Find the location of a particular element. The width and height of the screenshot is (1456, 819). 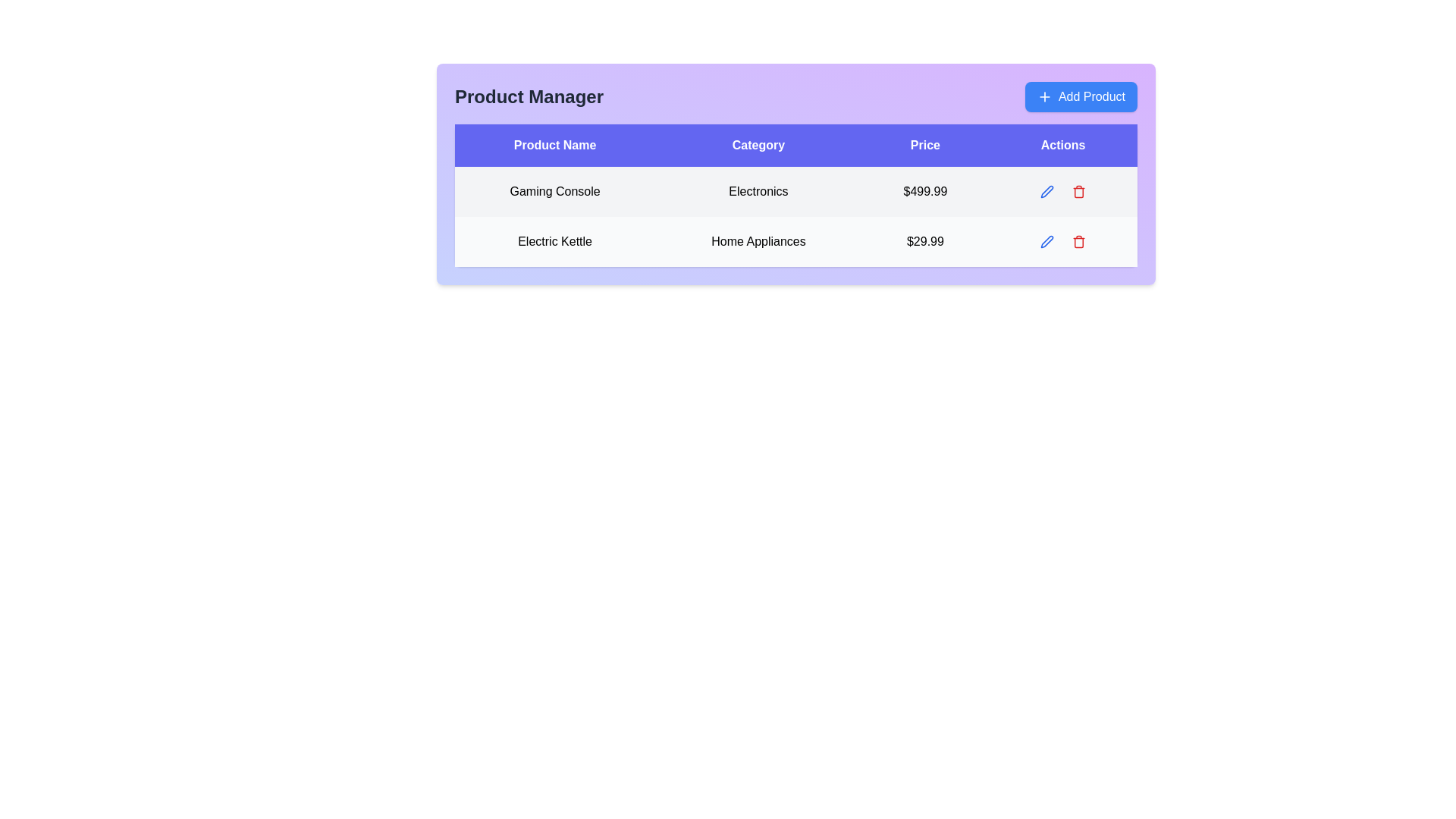

the 'Electric Kettle' text label in the second row of the table under the 'Product Name' column is located at coordinates (554, 241).